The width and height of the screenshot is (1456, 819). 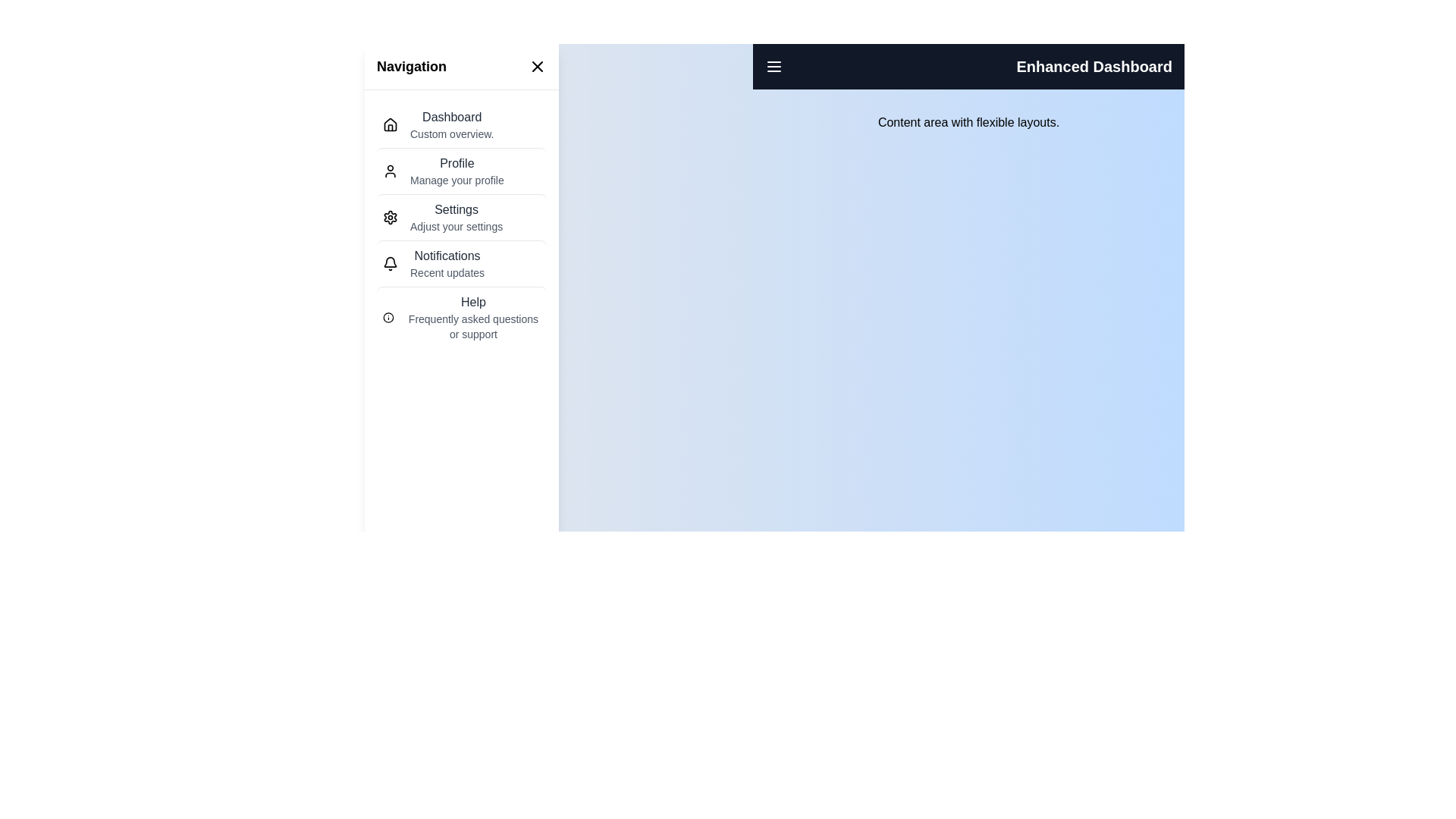 What do you see at coordinates (968, 122) in the screenshot?
I see `text content from the descriptive Text label located underneath the 'Enhanced Dashboard' header, centered in the right section of the layout` at bounding box center [968, 122].